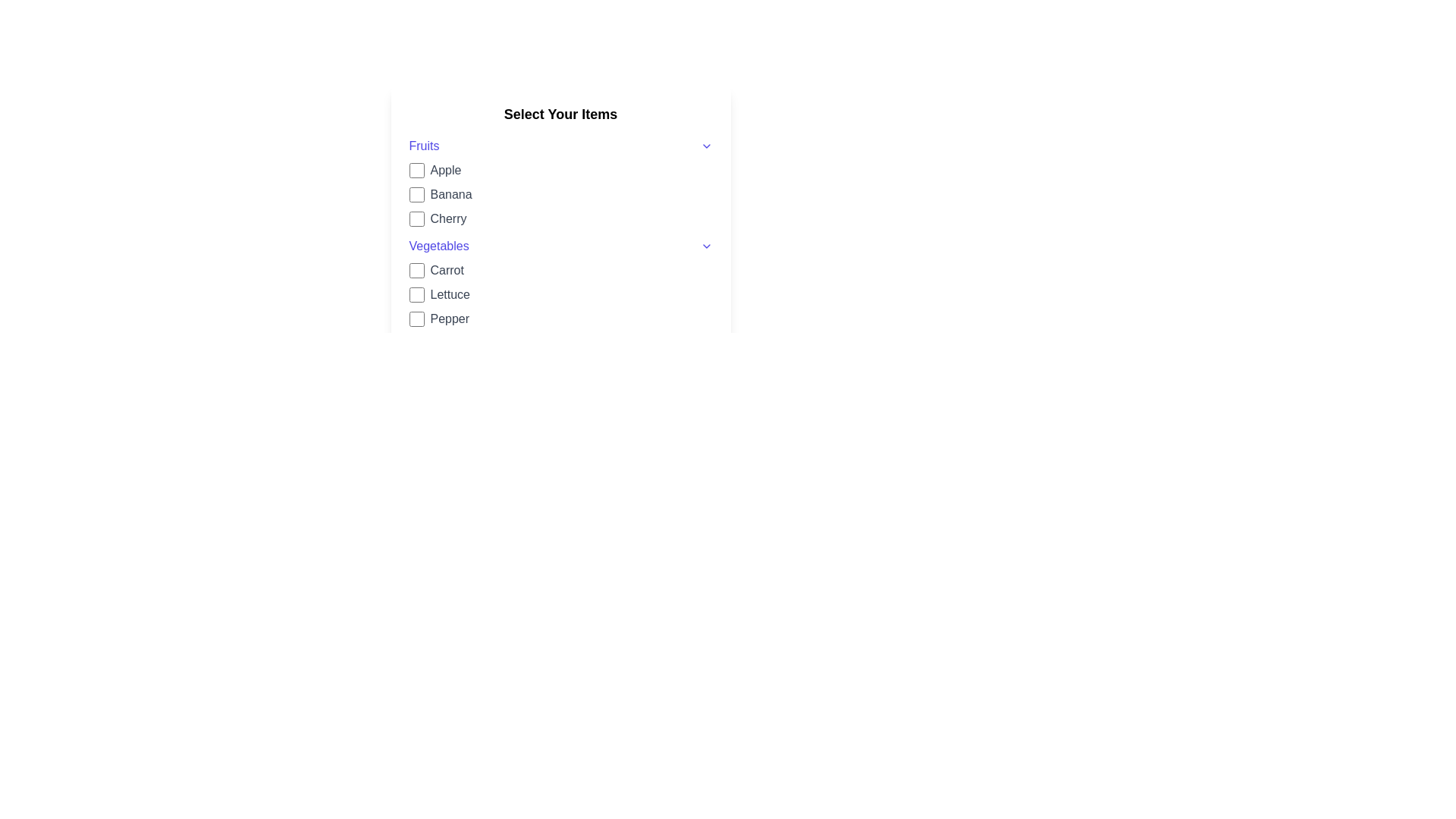 This screenshot has height=819, width=1456. Describe the element at coordinates (560, 219) in the screenshot. I see `the checkbox for selecting or deselecting the 'Cherry' item in the 'Fruits' section via keyboard navigation` at that location.